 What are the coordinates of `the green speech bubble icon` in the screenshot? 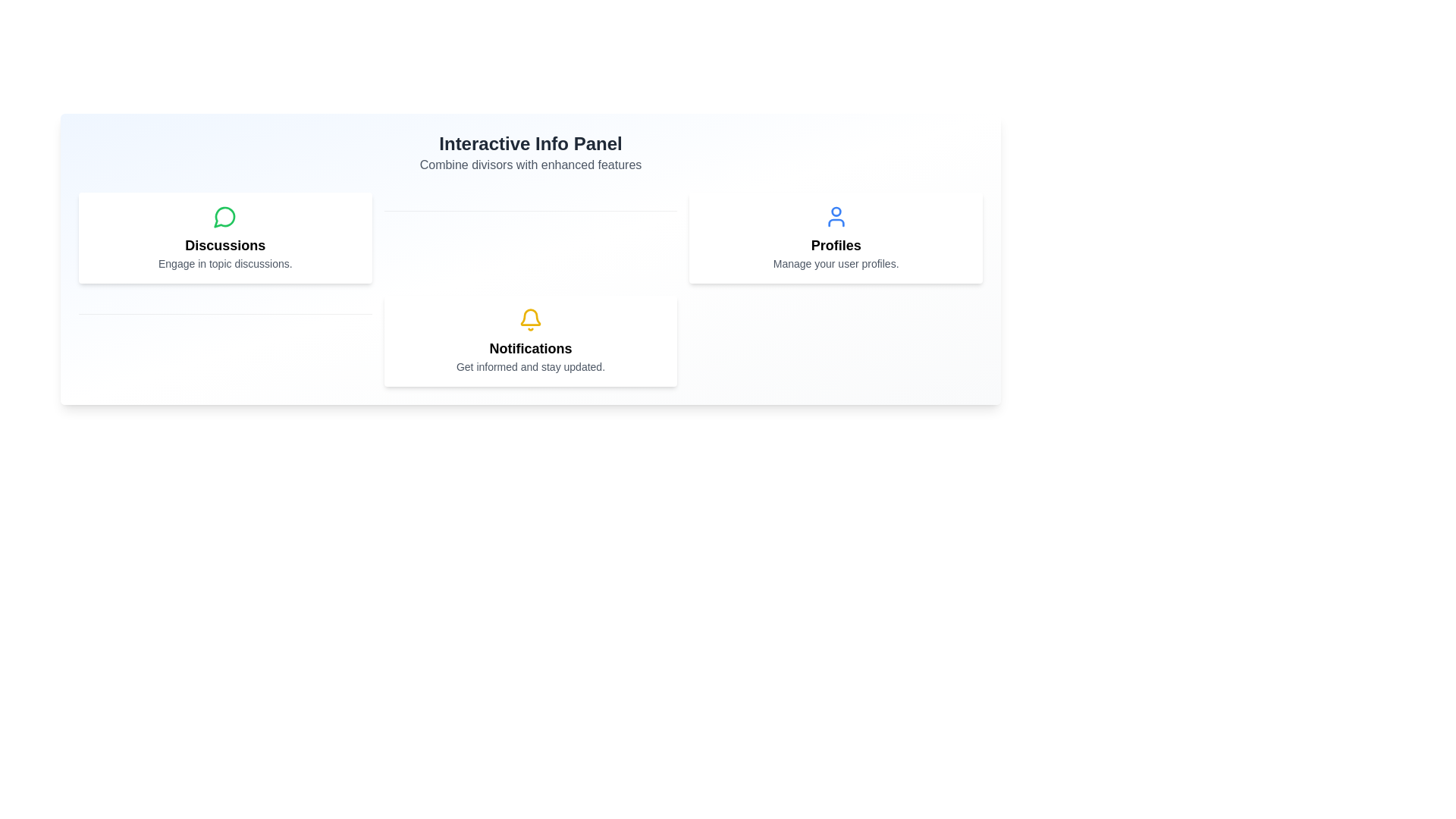 It's located at (224, 216).